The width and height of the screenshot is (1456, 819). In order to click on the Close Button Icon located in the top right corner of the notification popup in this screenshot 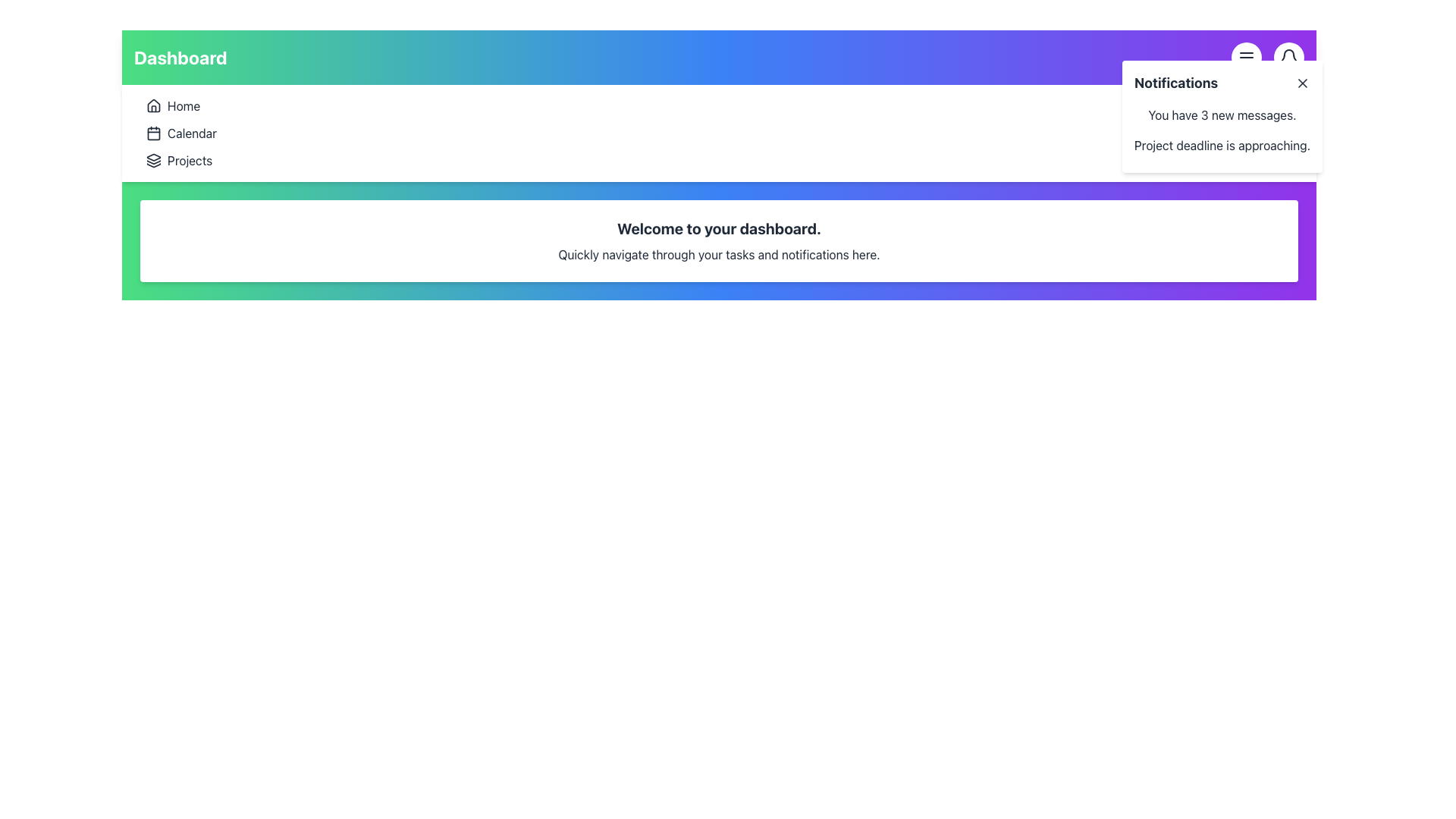, I will do `click(1302, 83)`.